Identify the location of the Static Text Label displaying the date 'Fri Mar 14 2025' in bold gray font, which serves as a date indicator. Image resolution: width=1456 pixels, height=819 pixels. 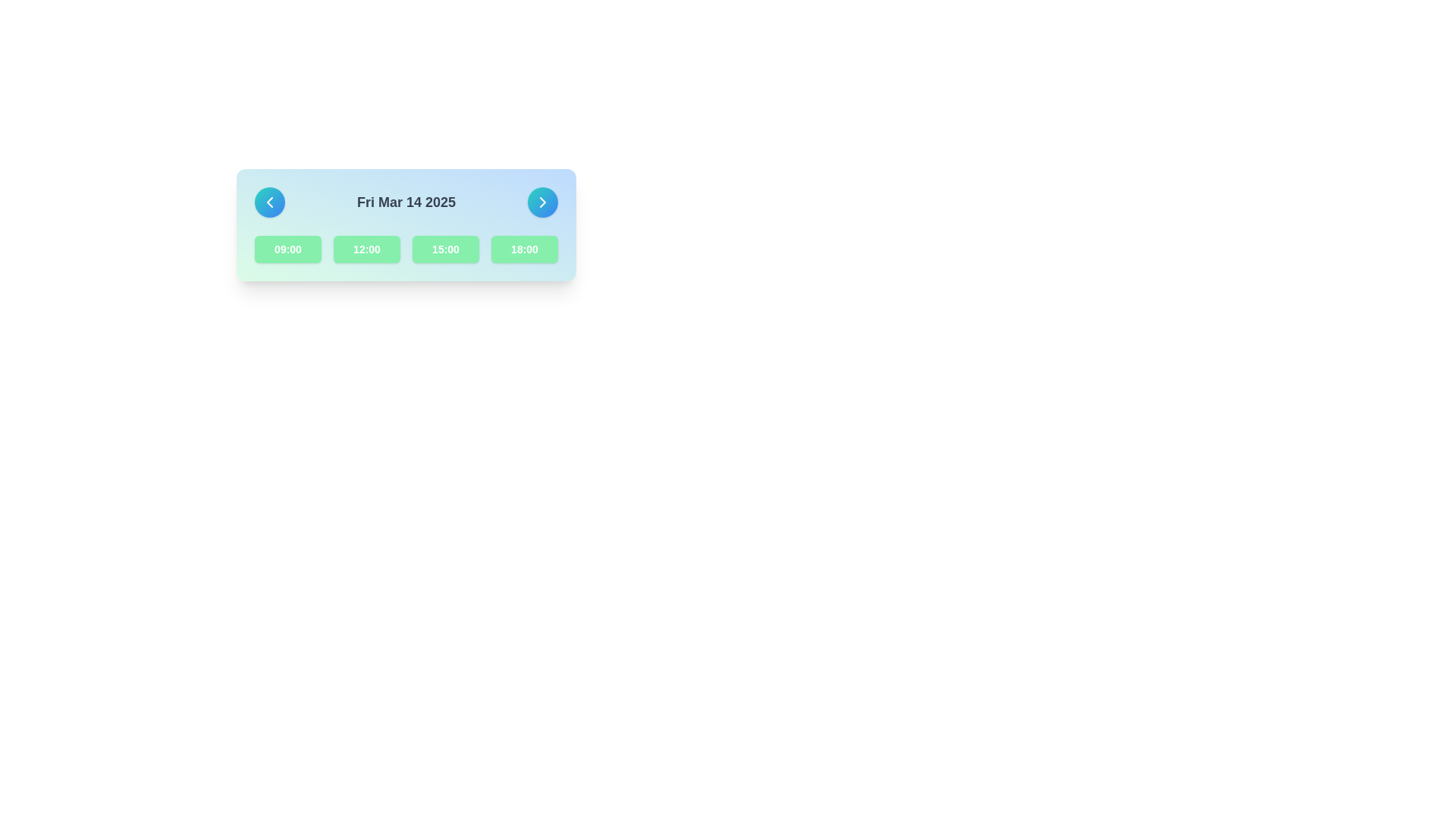
(406, 201).